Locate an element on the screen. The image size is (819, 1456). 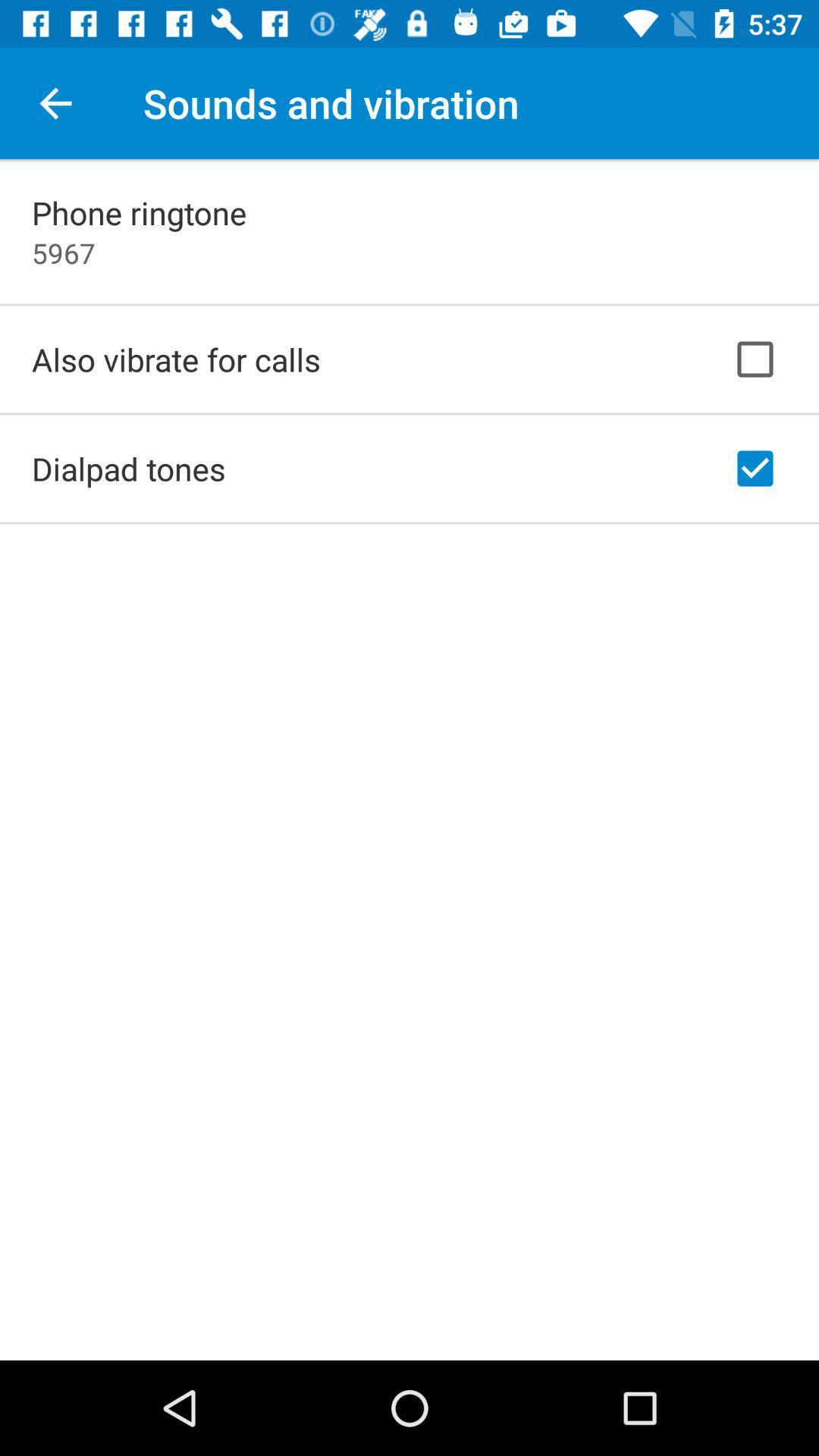
the icon below the phone ringtone is located at coordinates (63, 253).